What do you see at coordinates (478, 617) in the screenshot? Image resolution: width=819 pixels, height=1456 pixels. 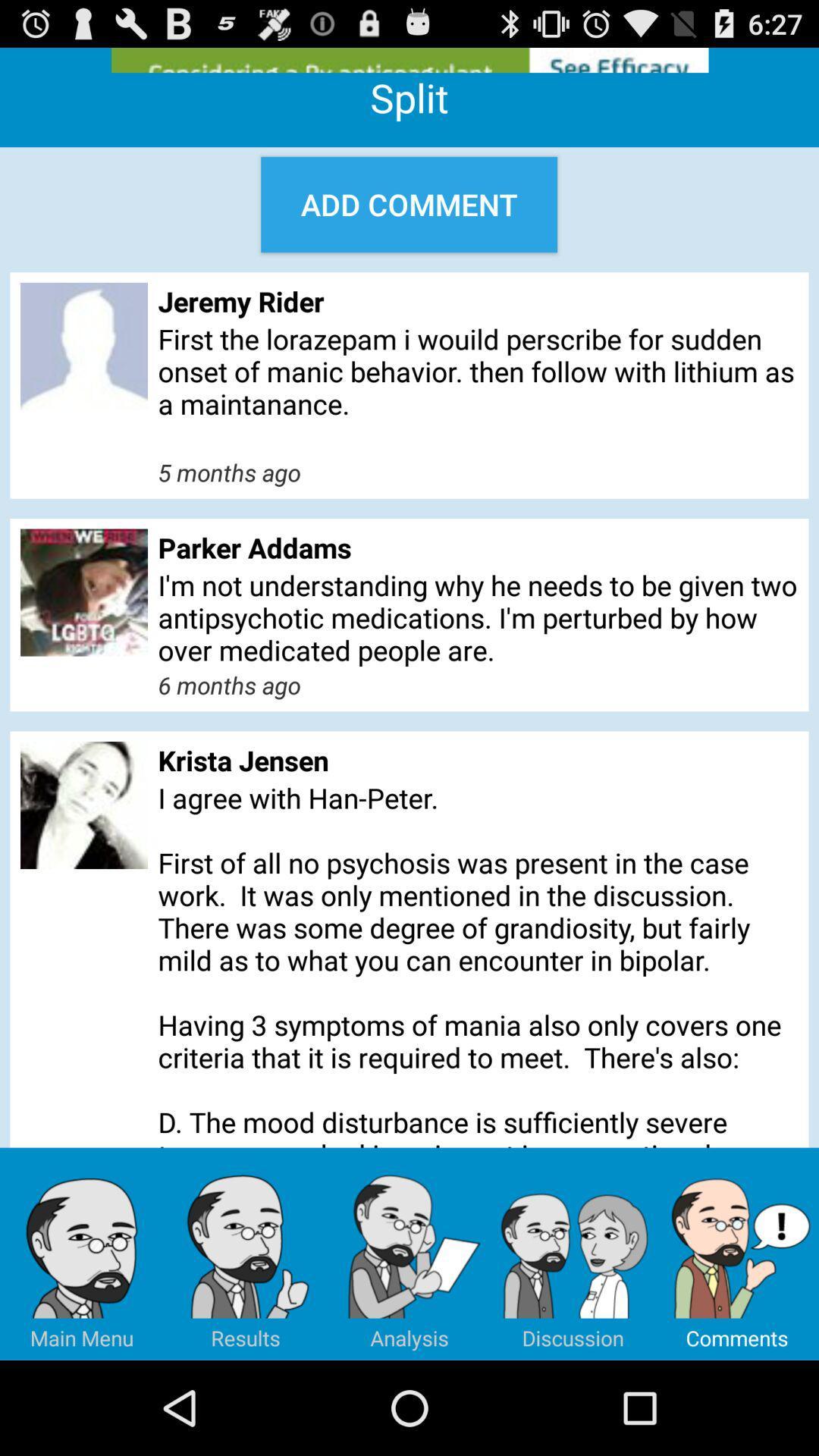 I see `the i m not app` at bounding box center [478, 617].